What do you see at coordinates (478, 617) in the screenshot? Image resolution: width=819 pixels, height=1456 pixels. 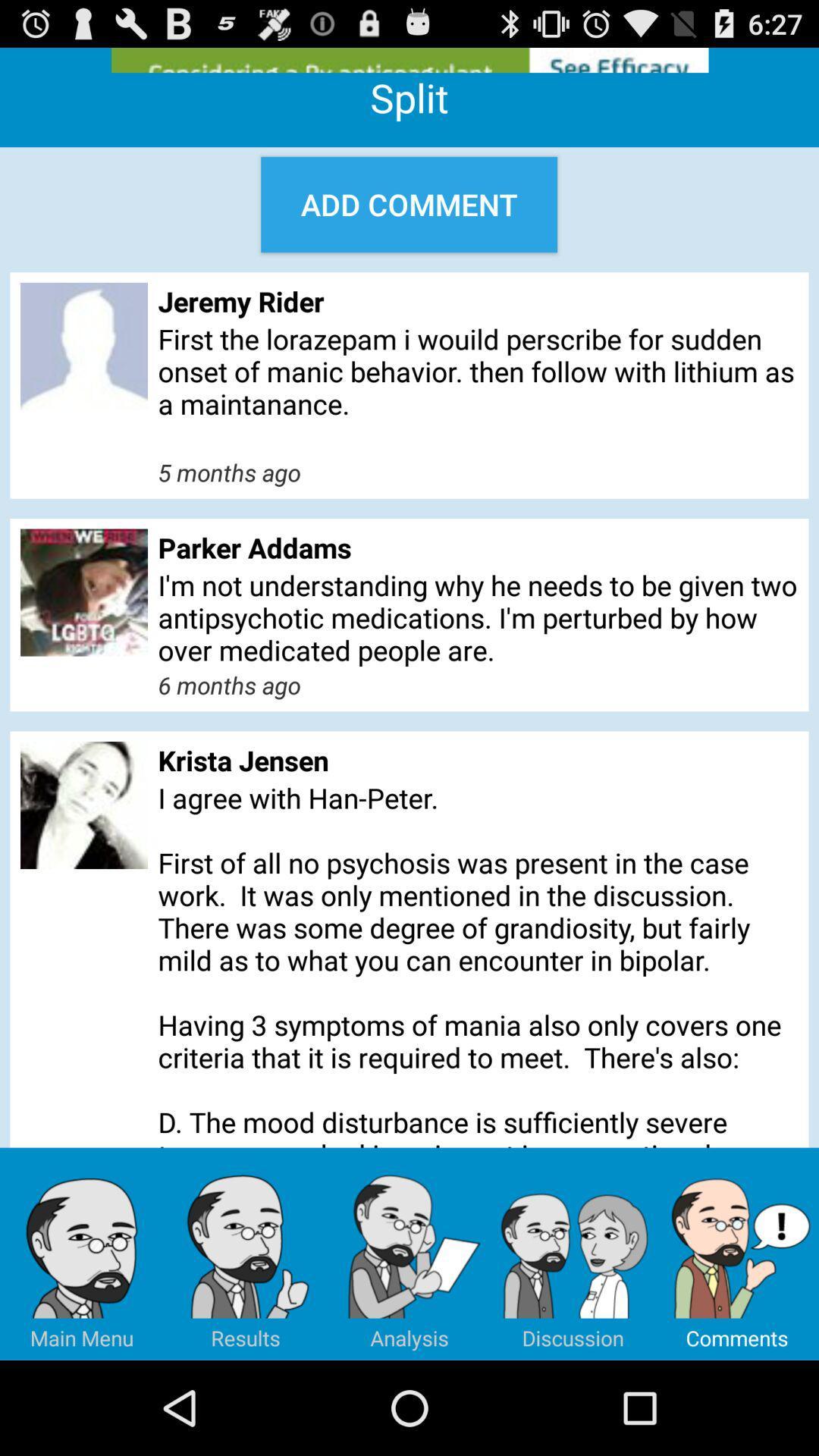 I see `the i m not app` at bounding box center [478, 617].